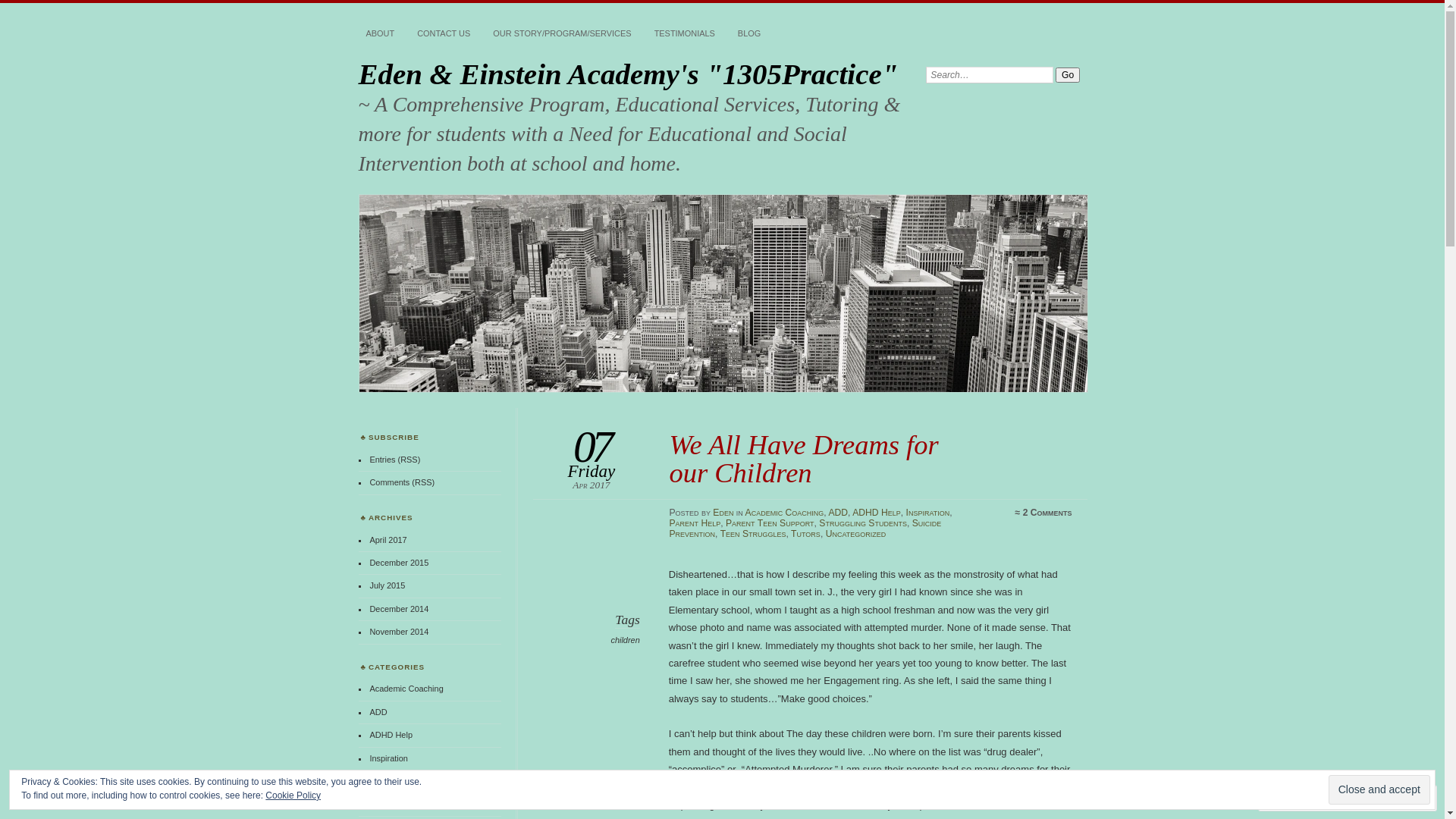 This screenshot has height=819, width=1456. What do you see at coordinates (862, 522) in the screenshot?
I see `'Struggling Students'` at bounding box center [862, 522].